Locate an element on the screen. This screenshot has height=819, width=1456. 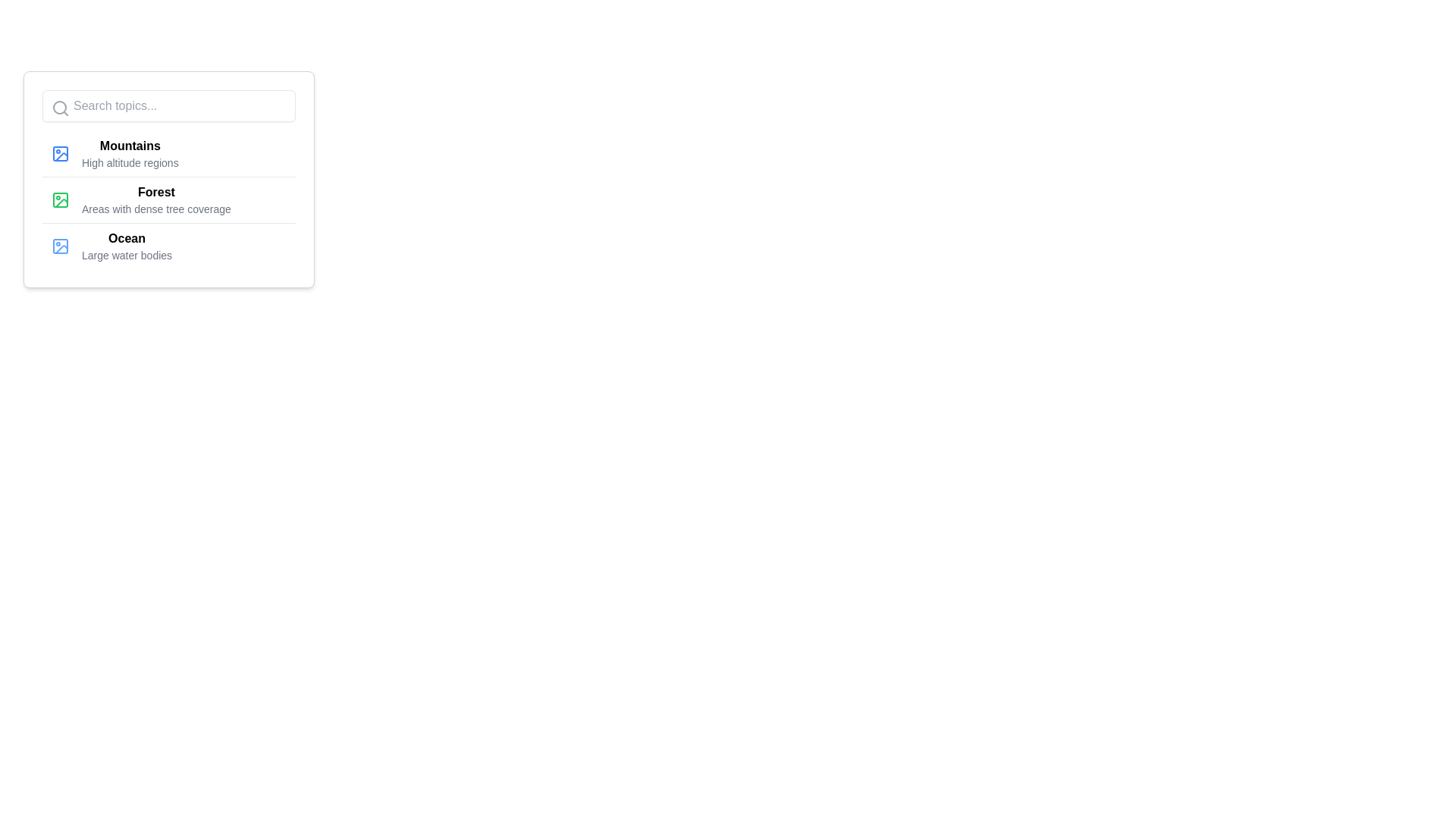
the text block labeled 'Forest', which is the second row in a list of geographic topics is located at coordinates (156, 199).